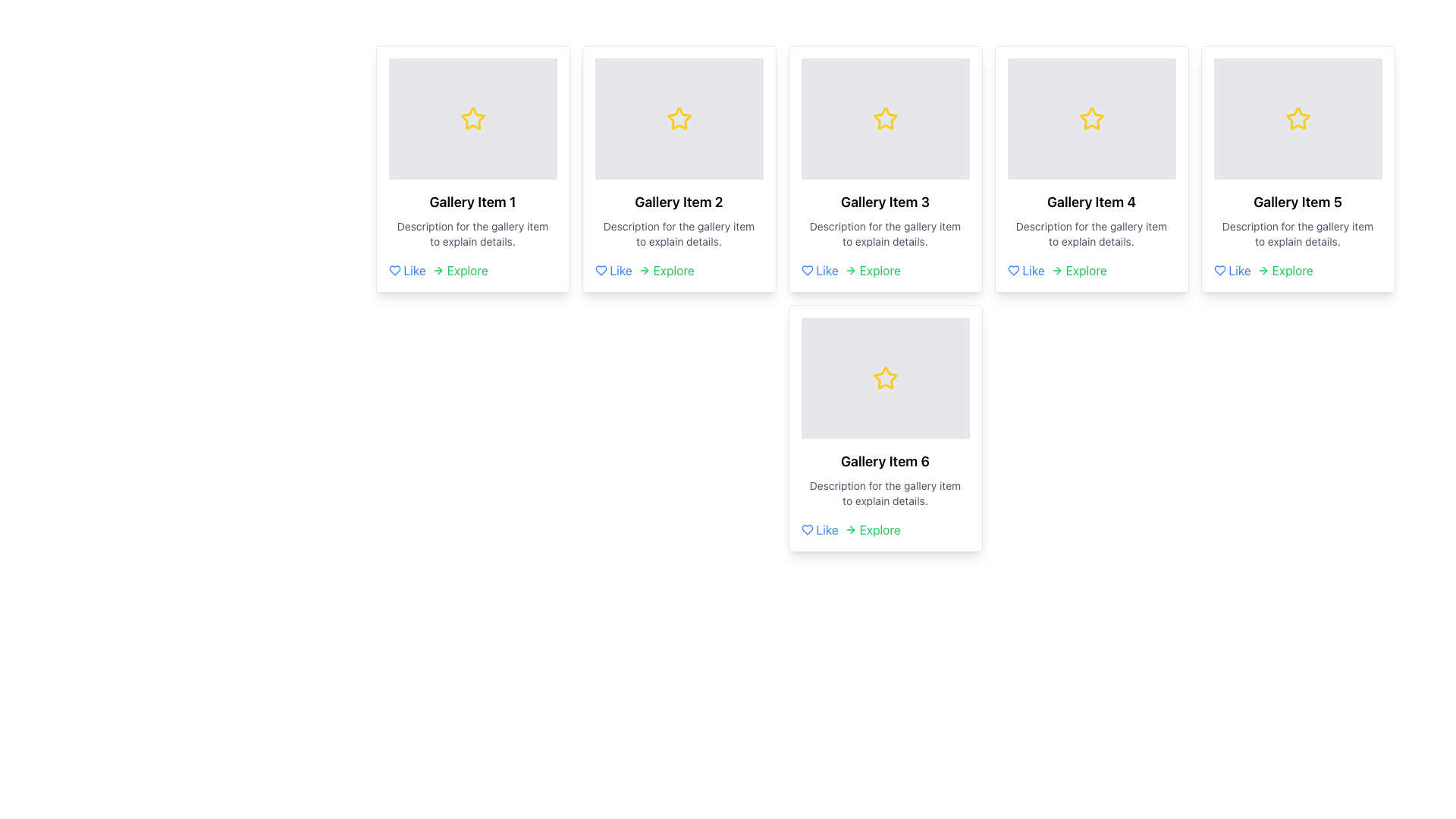 Image resolution: width=1456 pixels, height=819 pixels. Describe the element at coordinates (1297, 118) in the screenshot. I see `the star icon in the preview section of the card titled 'Gallery Item 5', which serves as a visual indicator for a rating or favorite marker` at that location.